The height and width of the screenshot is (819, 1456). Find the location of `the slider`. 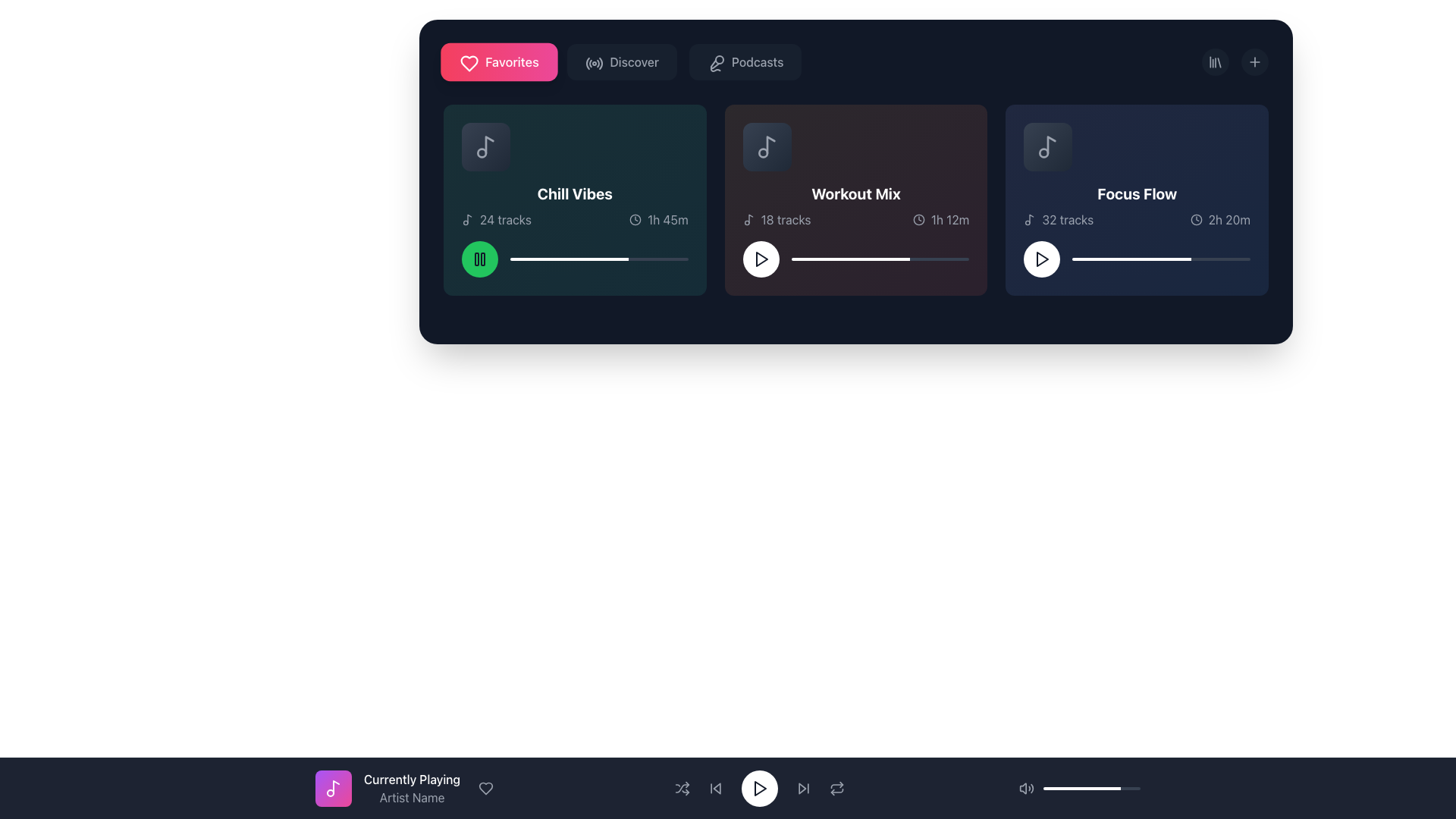

the slider is located at coordinates (678, 259).